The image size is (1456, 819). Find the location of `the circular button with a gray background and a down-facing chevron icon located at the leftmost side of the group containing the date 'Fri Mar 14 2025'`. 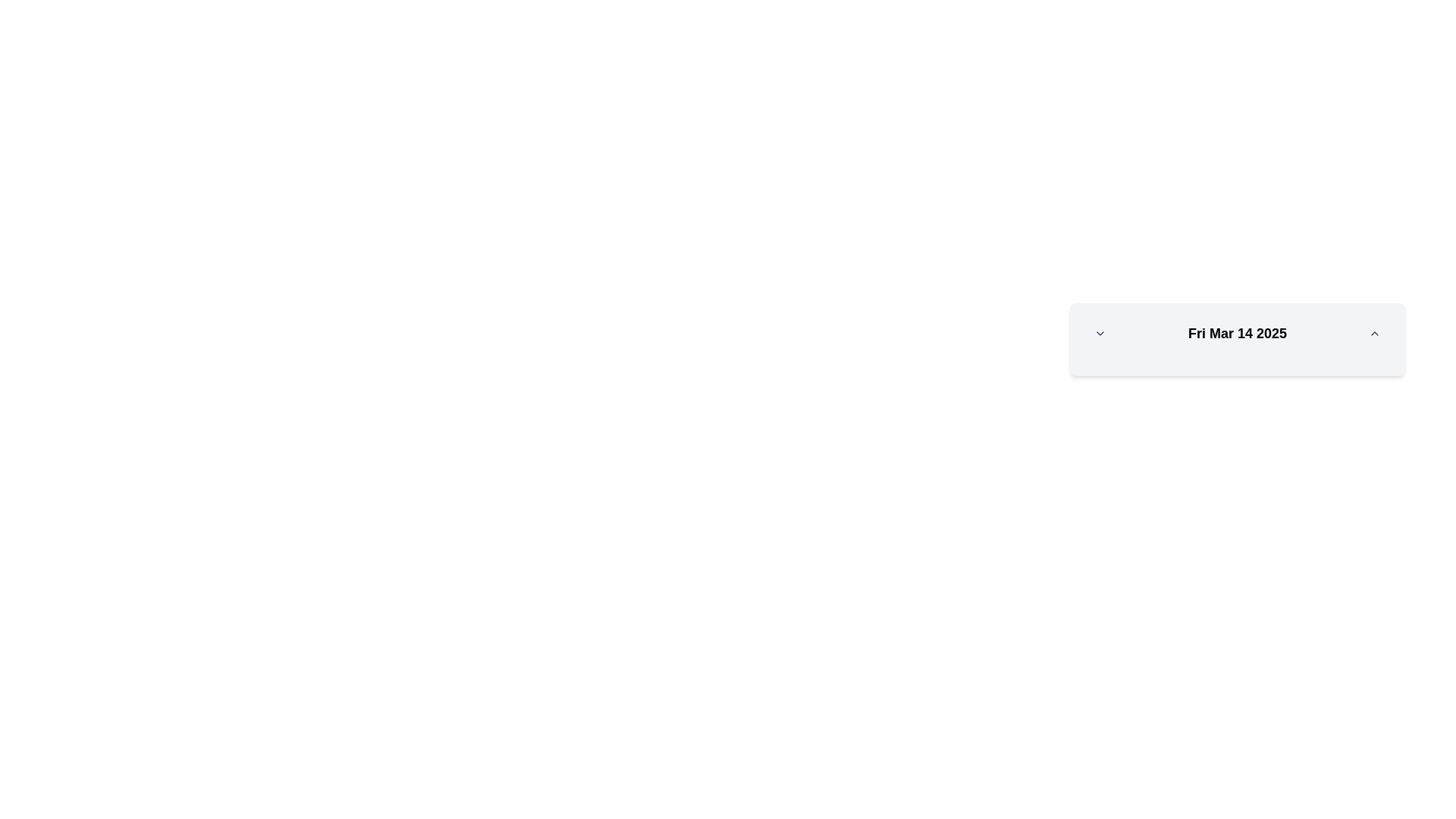

the circular button with a gray background and a down-facing chevron icon located at the leftmost side of the group containing the date 'Fri Mar 14 2025' is located at coordinates (1100, 332).